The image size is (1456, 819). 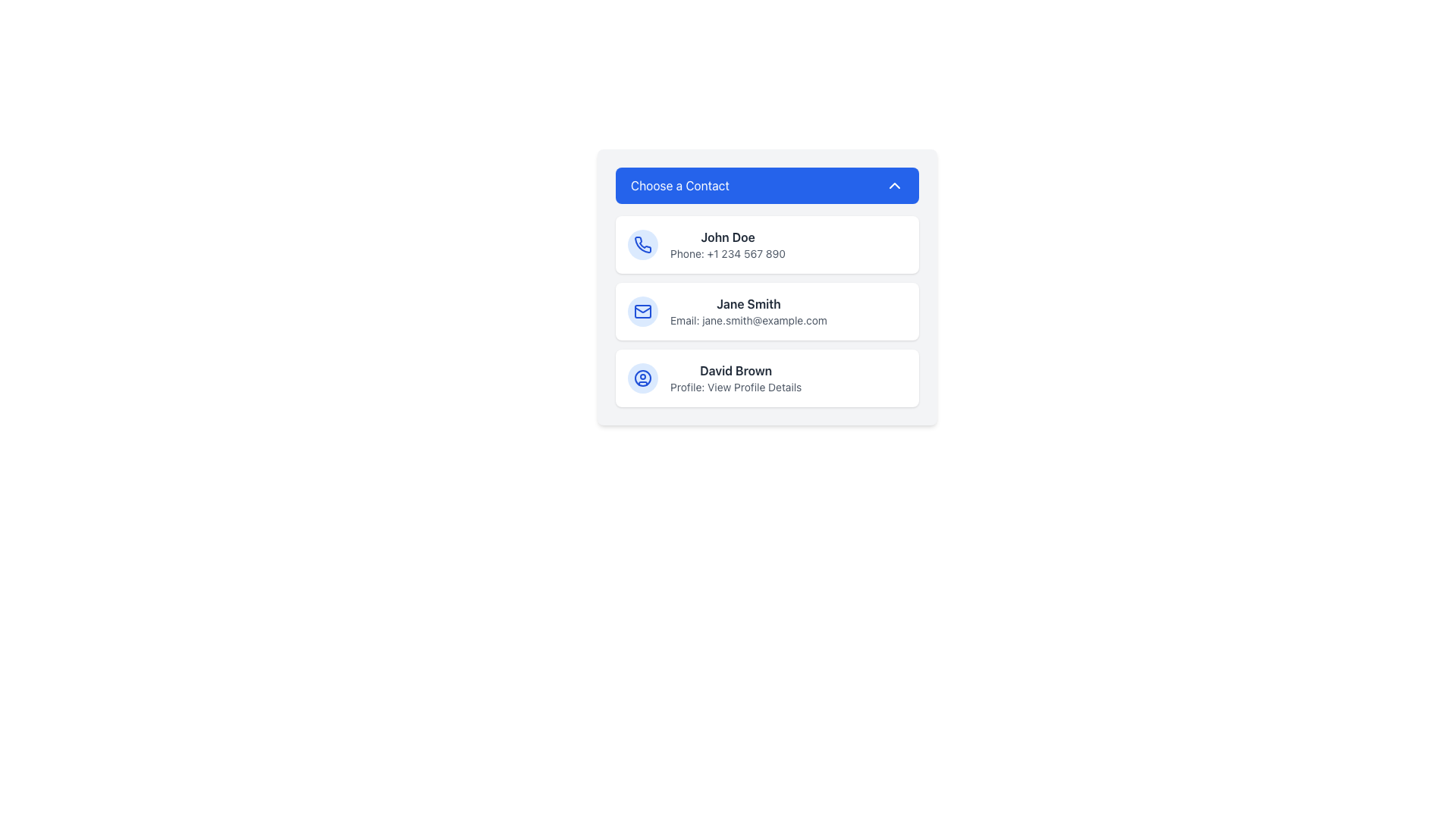 What do you see at coordinates (736, 371) in the screenshot?
I see `the text label displaying the name 'David Brown' which is located at the top of the contact's informational card` at bounding box center [736, 371].